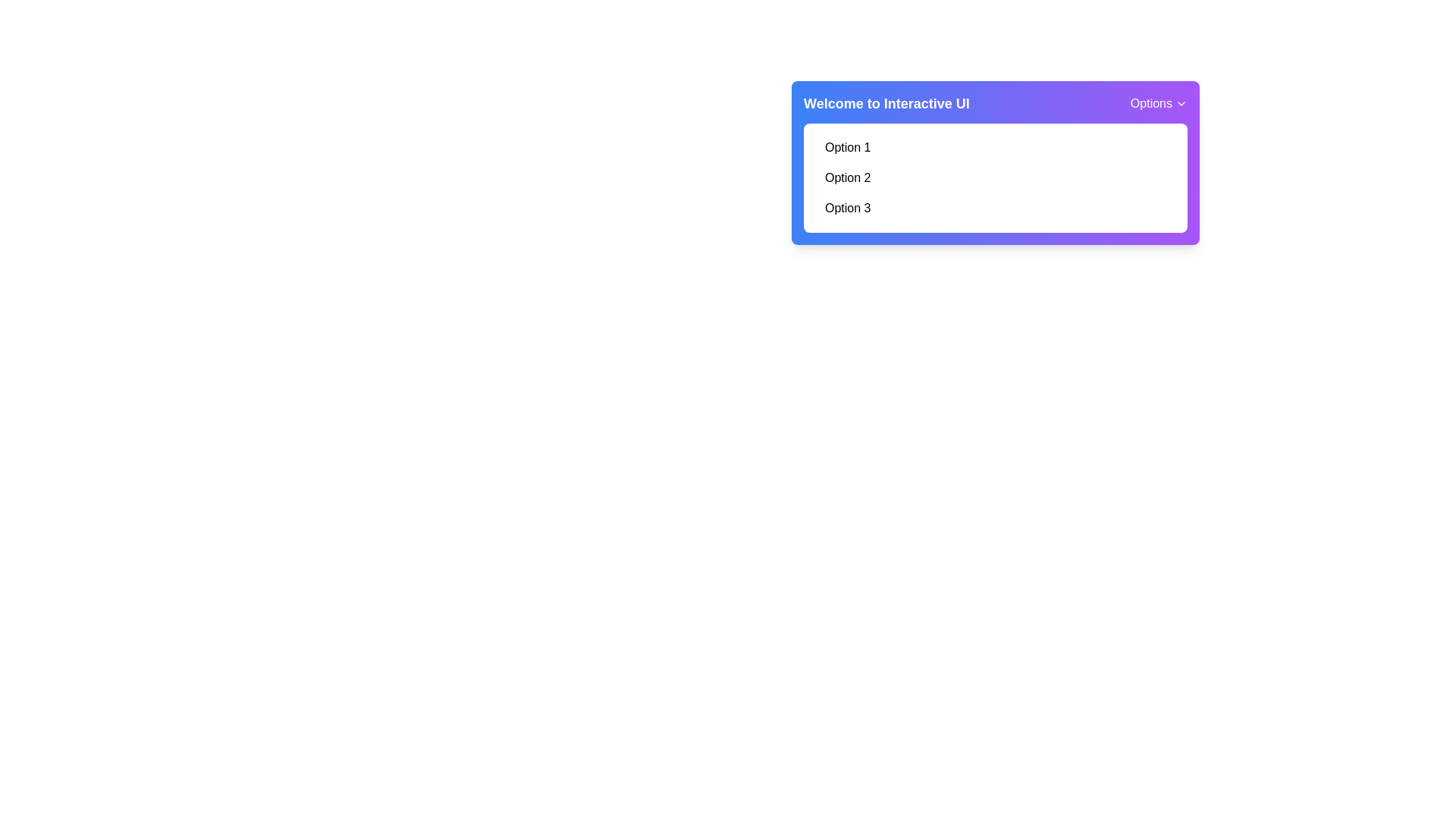 Image resolution: width=1456 pixels, height=819 pixels. I want to click on one of the options in the dropdown menu located below the title 'Welcome to Interactive UI', so click(996, 177).